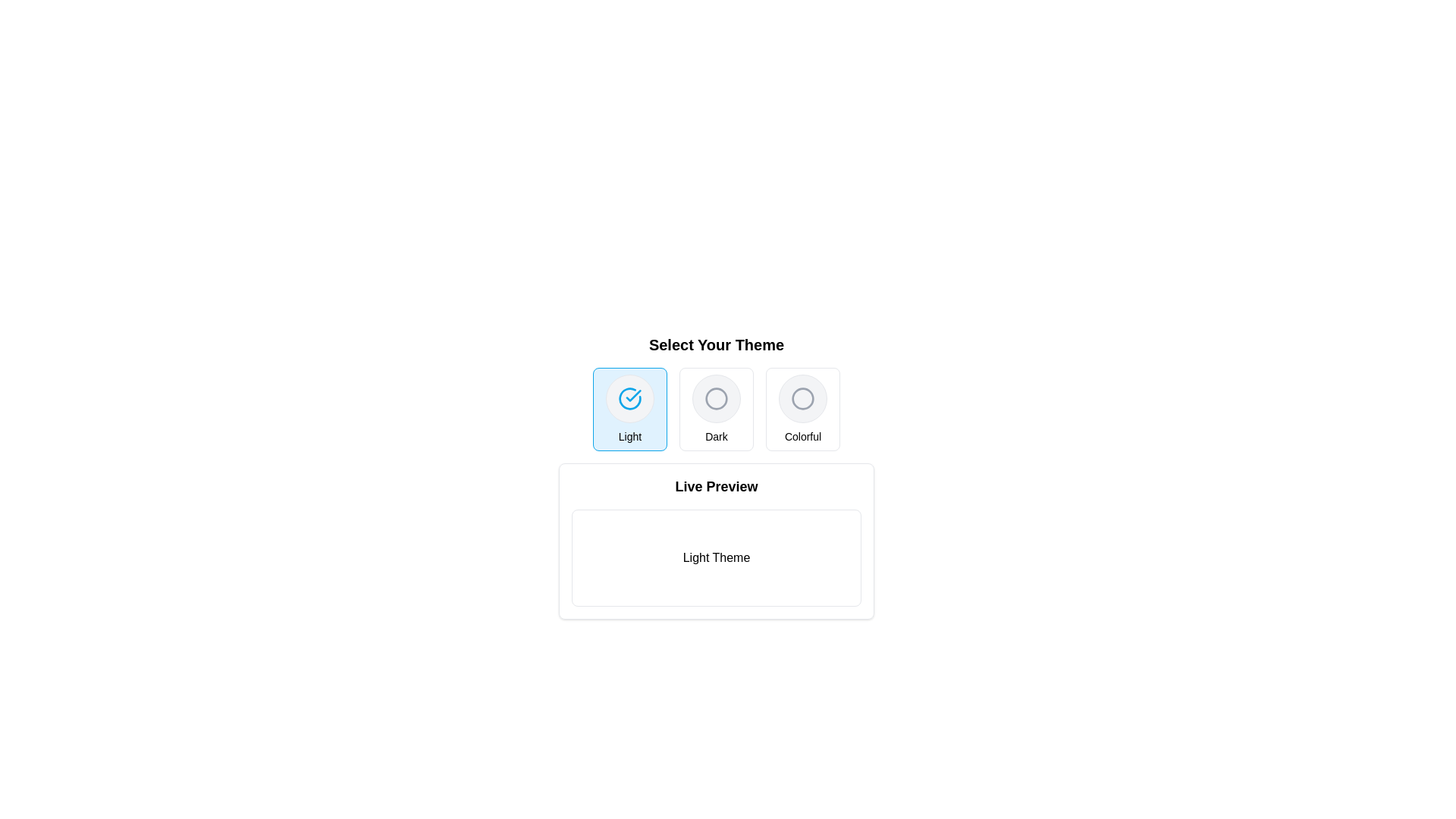 This screenshot has width=1456, height=819. I want to click on the displayed theme name in the 'Live Preview' panel, which is the only element with this label and is positioned directly beneath 'Select Your Theme.', so click(716, 540).